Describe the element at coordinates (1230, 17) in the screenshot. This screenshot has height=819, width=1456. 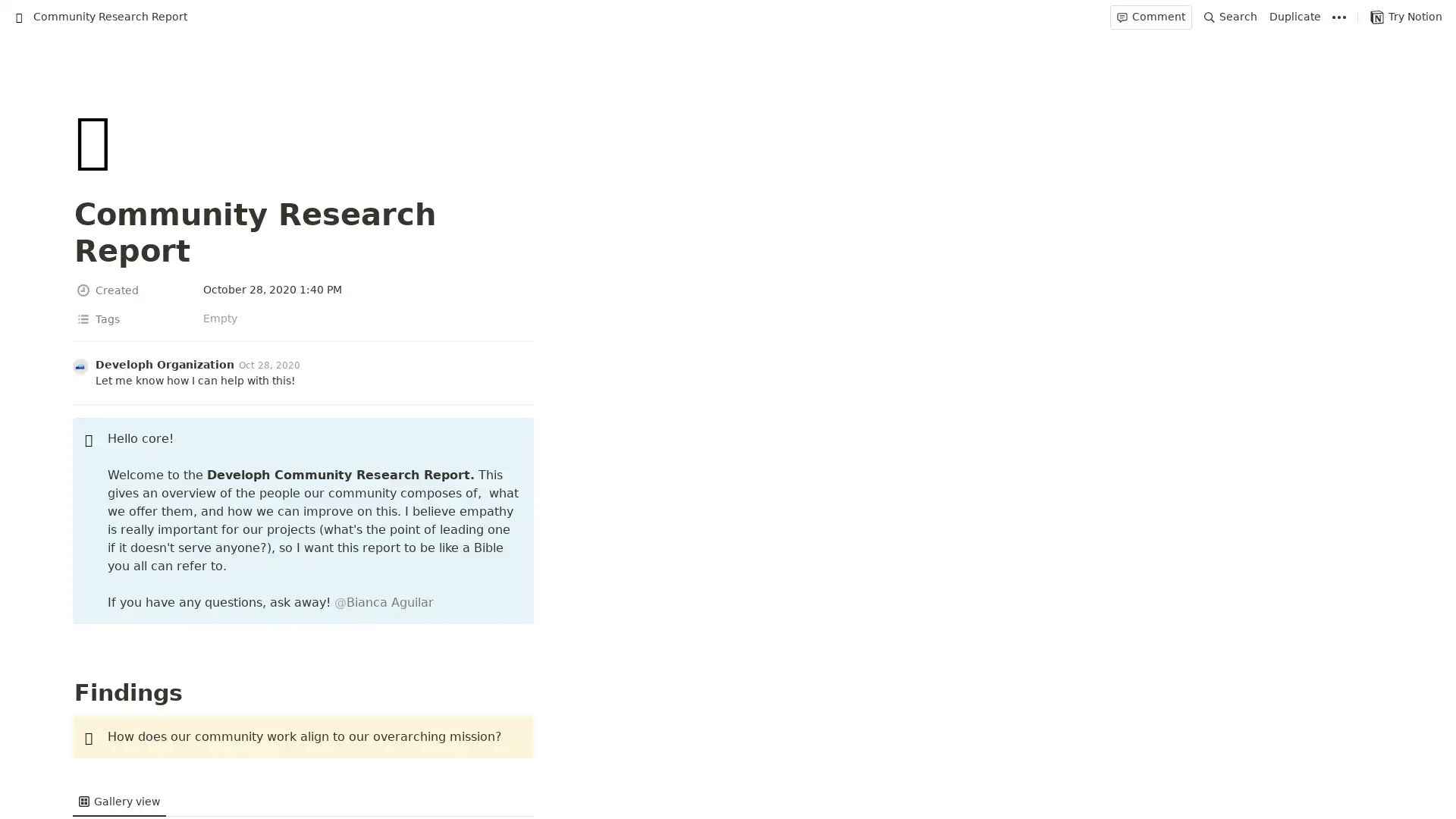
I see `Search` at that location.